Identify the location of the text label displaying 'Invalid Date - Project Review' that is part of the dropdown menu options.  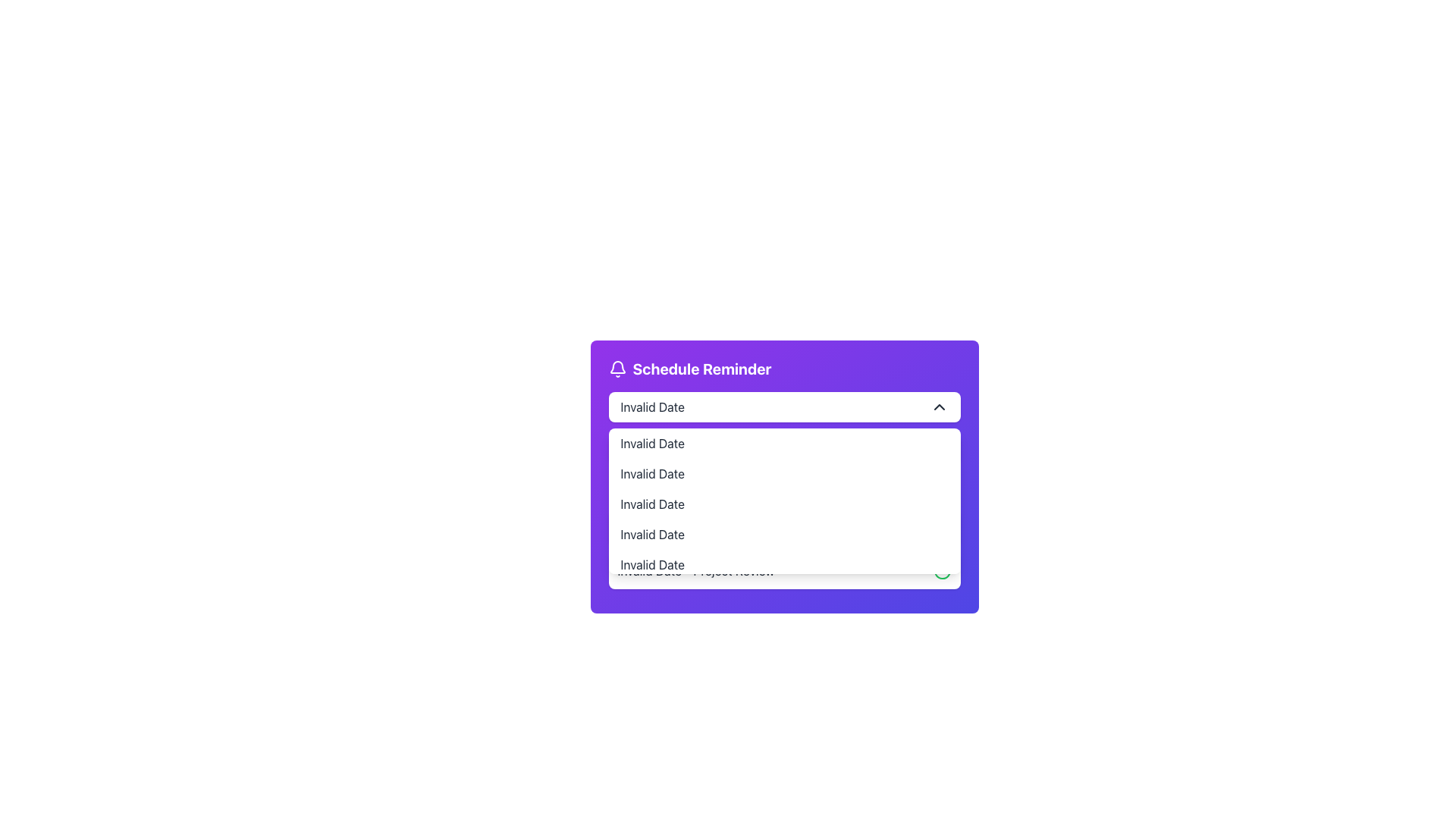
(695, 570).